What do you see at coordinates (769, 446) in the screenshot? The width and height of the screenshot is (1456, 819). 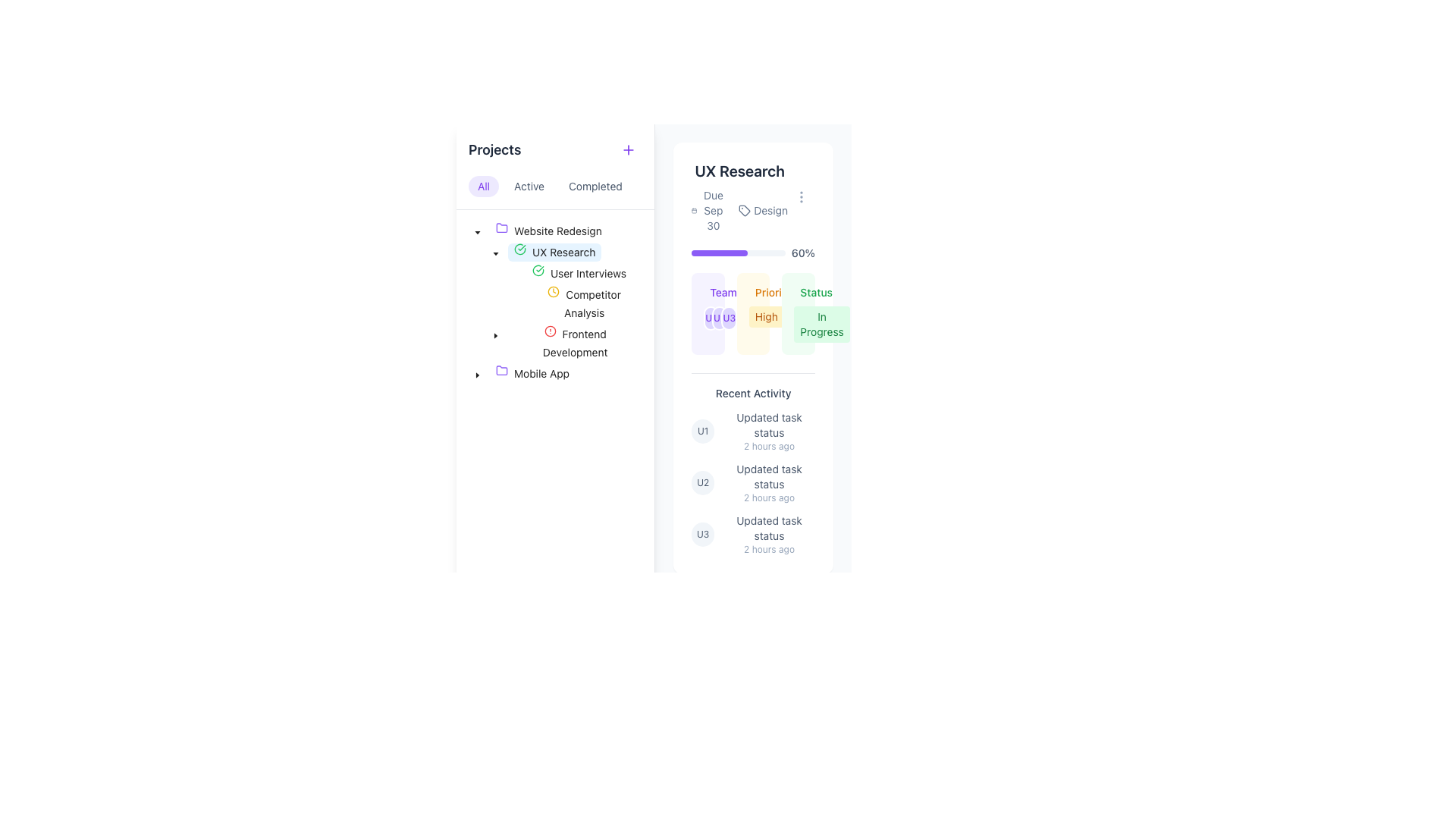 I see `the static text label displaying '2 hours ago', which indicates the time elapsed since an action occurred, located below the 'Updated task status' text in the recent activities section` at bounding box center [769, 446].